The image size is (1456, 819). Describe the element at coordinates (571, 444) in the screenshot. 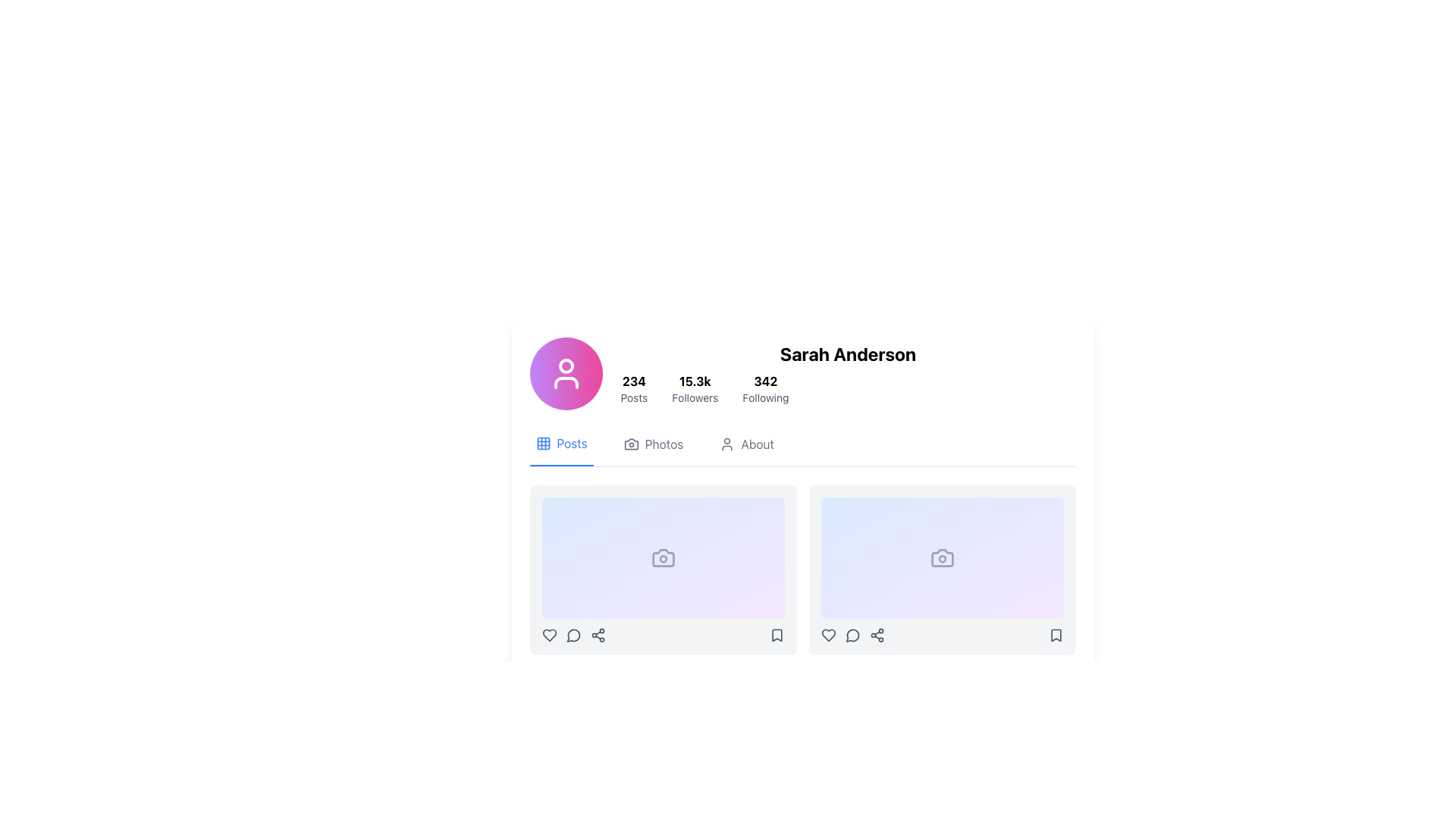

I see `the 'Posts' text label, styled as a clickable tab, located in the navigation tab bar below the user profile information section` at that location.